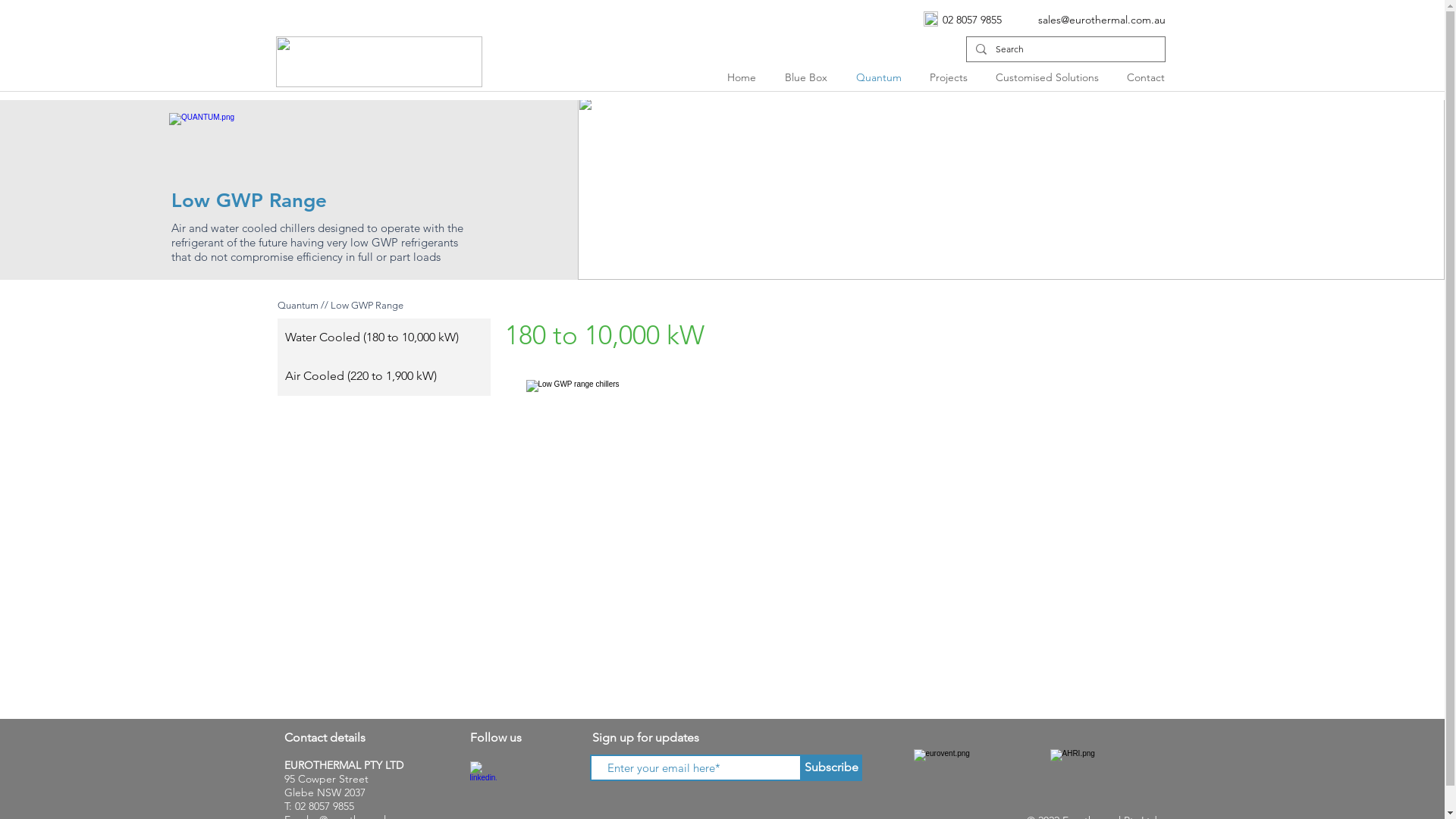  I want to click on 'Water Cooled (180 to 10,000 kW)', so click(384, 337).